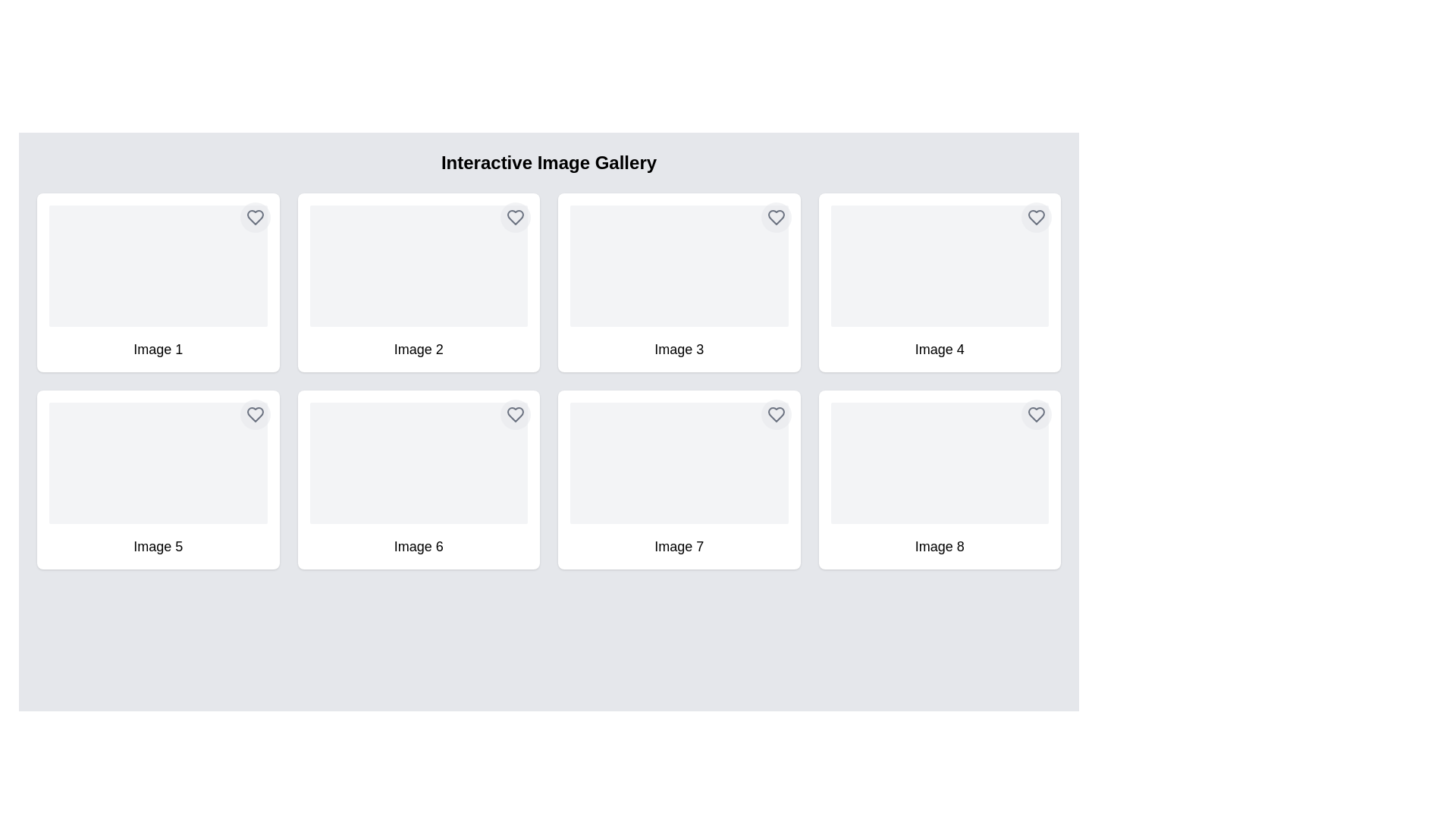  I want to click on the favorite icon located in the top-right corner of the first image in the gallery layout to mark the item as favorite, so click(255, 217).